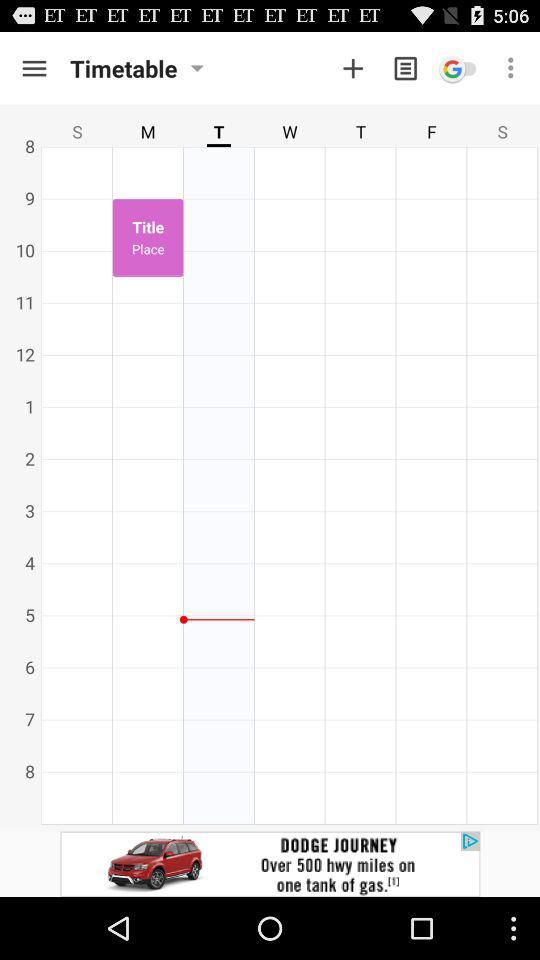 The image size is (540, 960). Describe the element at coordinates (33, 68) in the screenshot. I see `storage` at that location.